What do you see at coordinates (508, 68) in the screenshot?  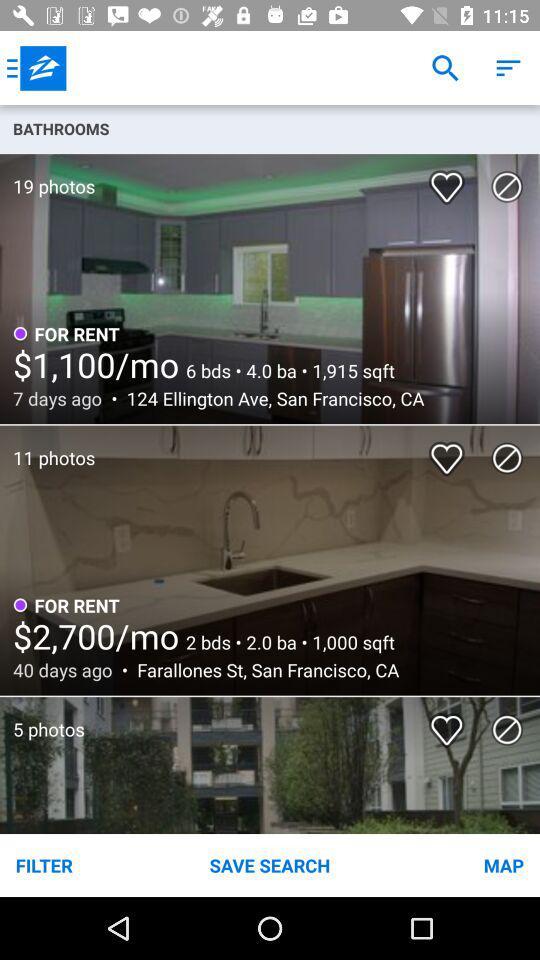 I see `the icon above the bathrooms icon` at bounding box center [508, 68].